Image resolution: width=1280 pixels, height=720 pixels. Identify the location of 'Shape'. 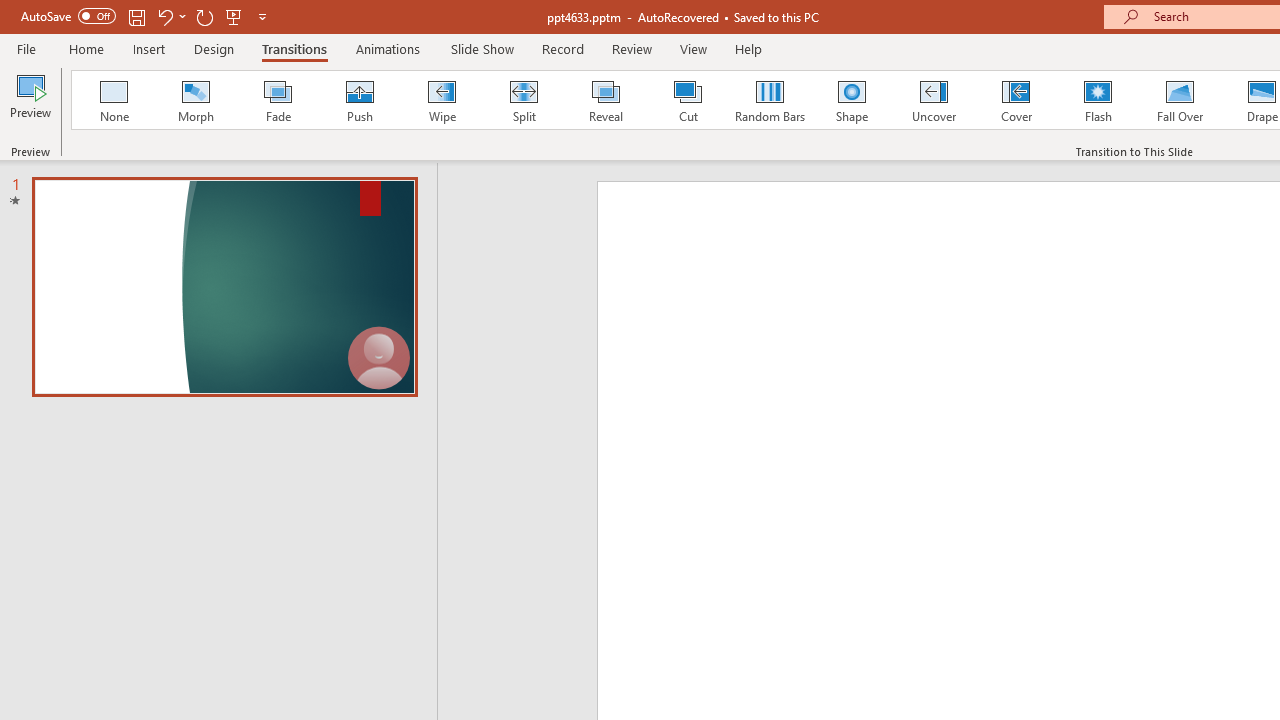
(852, 100).